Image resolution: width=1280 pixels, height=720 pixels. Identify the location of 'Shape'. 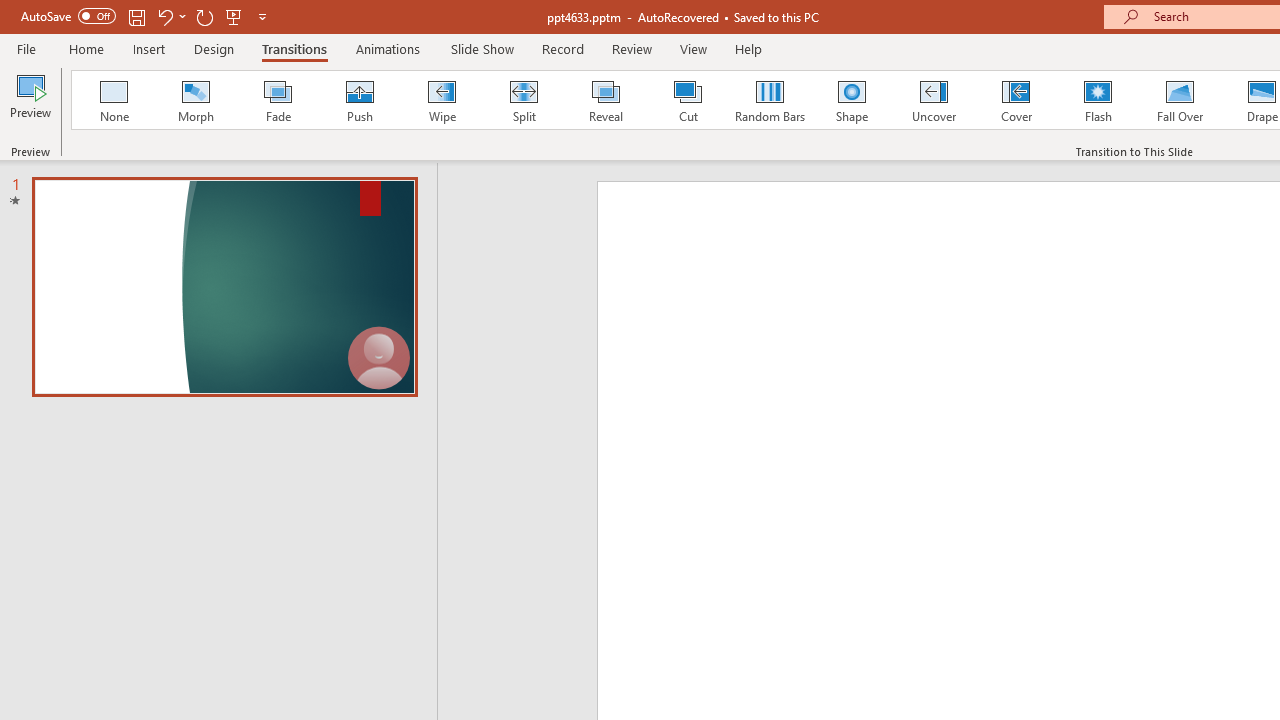
(852, 100).